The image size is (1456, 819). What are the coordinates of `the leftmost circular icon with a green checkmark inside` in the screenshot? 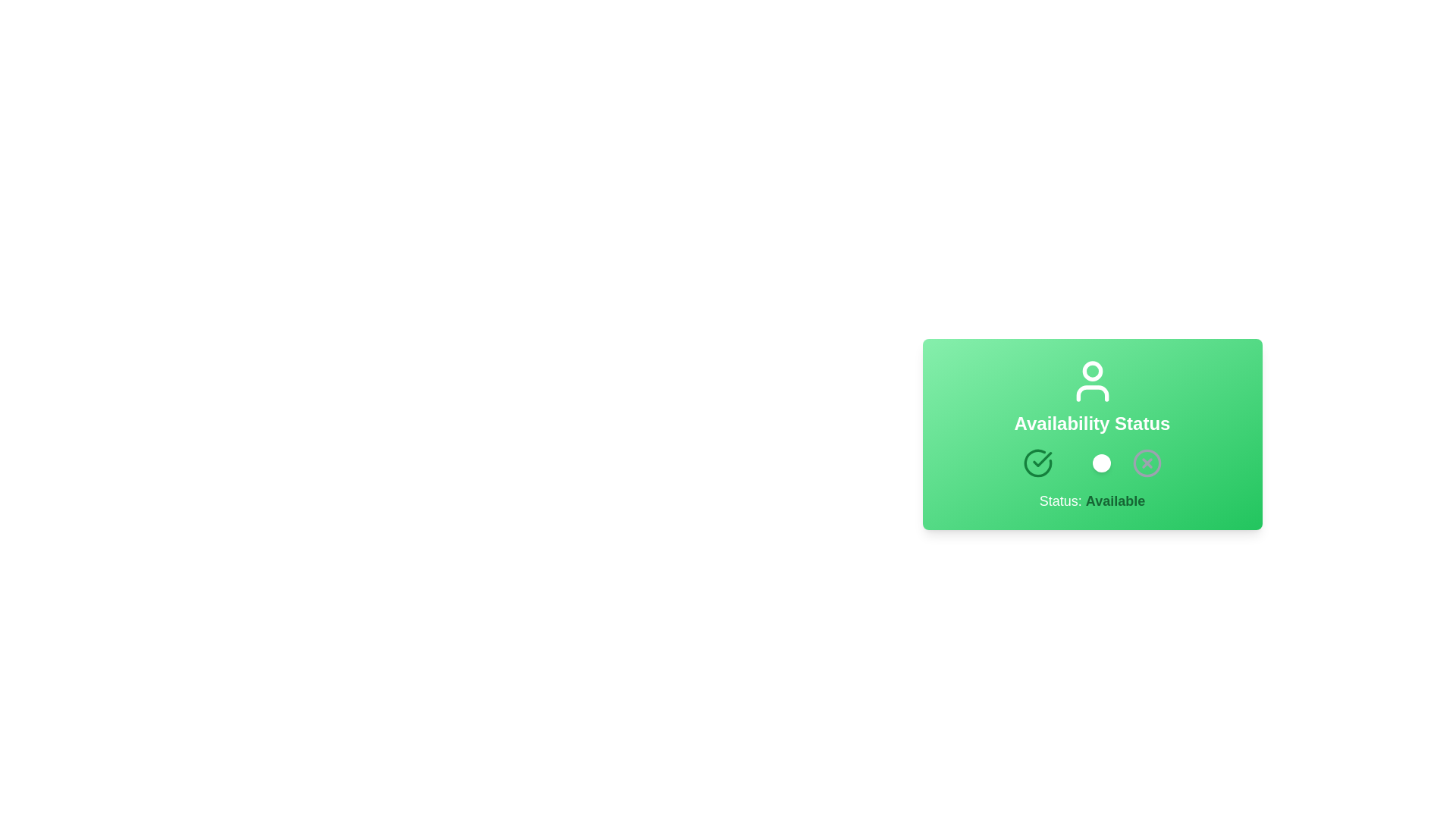 It's located at (1037, 462).